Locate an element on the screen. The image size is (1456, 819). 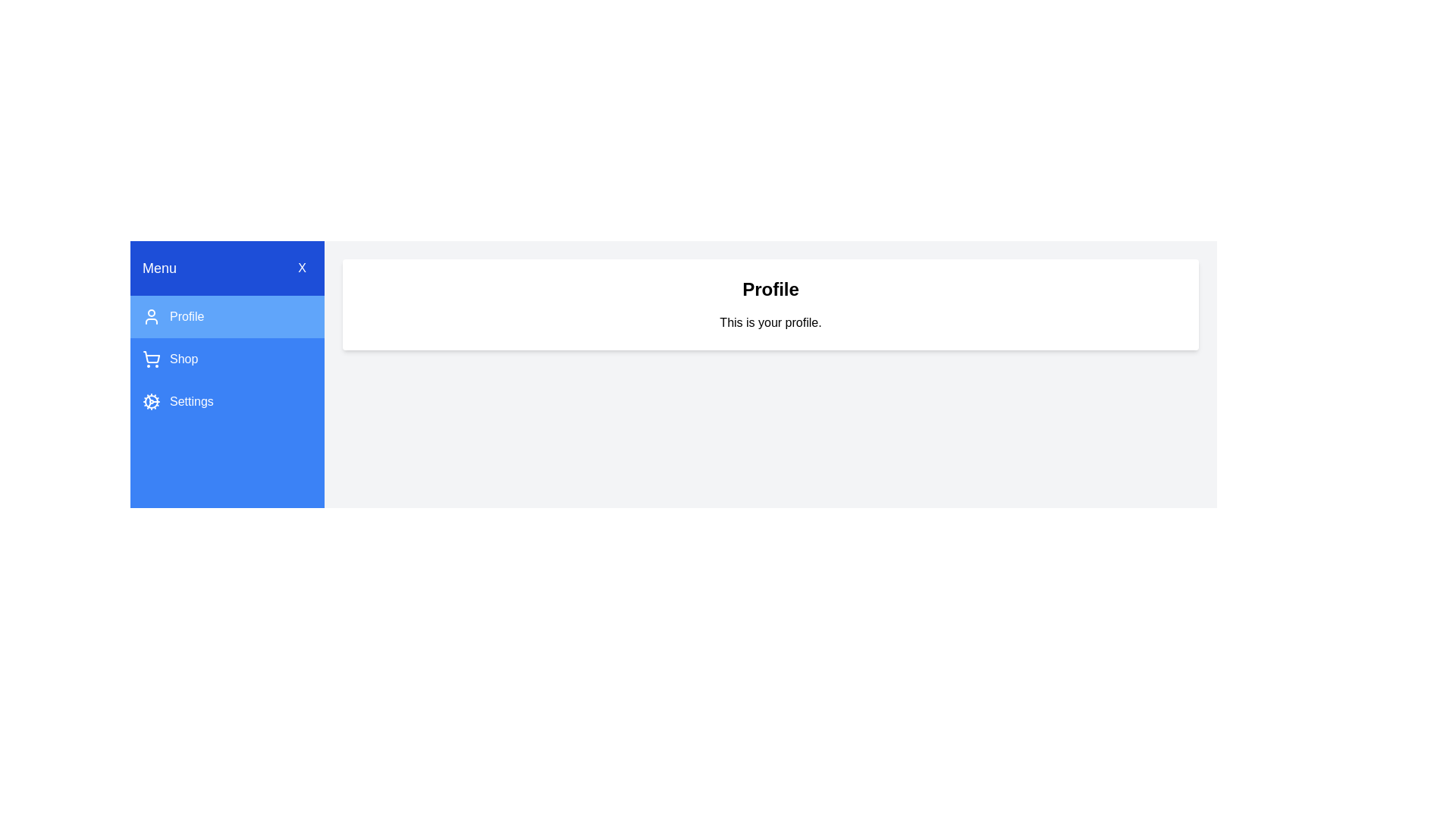
the text 'This is your profile.' is located at coordinates (770, 322).